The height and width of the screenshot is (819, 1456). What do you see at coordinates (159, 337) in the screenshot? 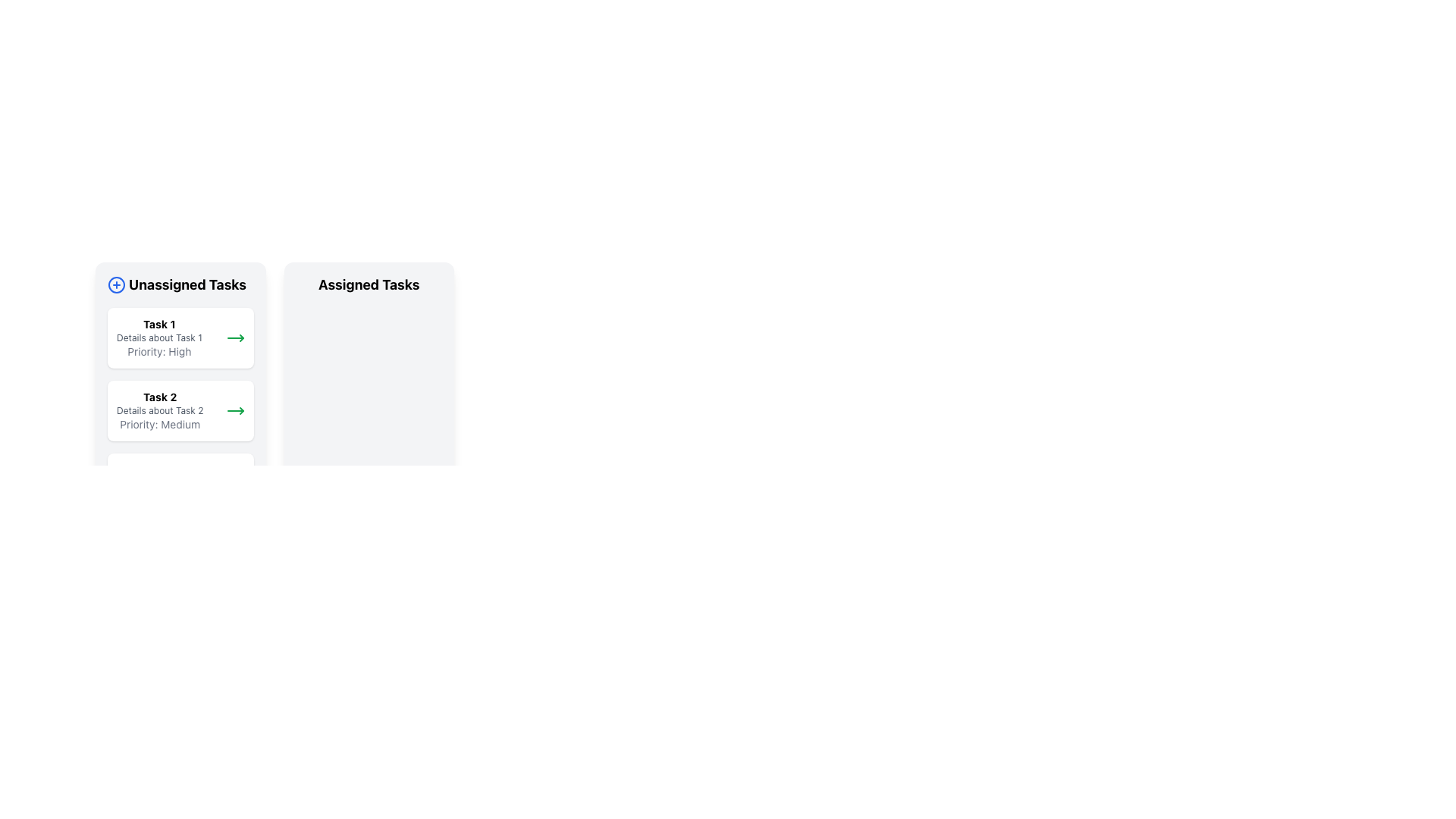
I see `information displayed in the text block showing 'Task 1', 'Details about Task 1', and 'Priority: High' located under the 'Unassigned Tasks' section` at bounding box center [159, 337].